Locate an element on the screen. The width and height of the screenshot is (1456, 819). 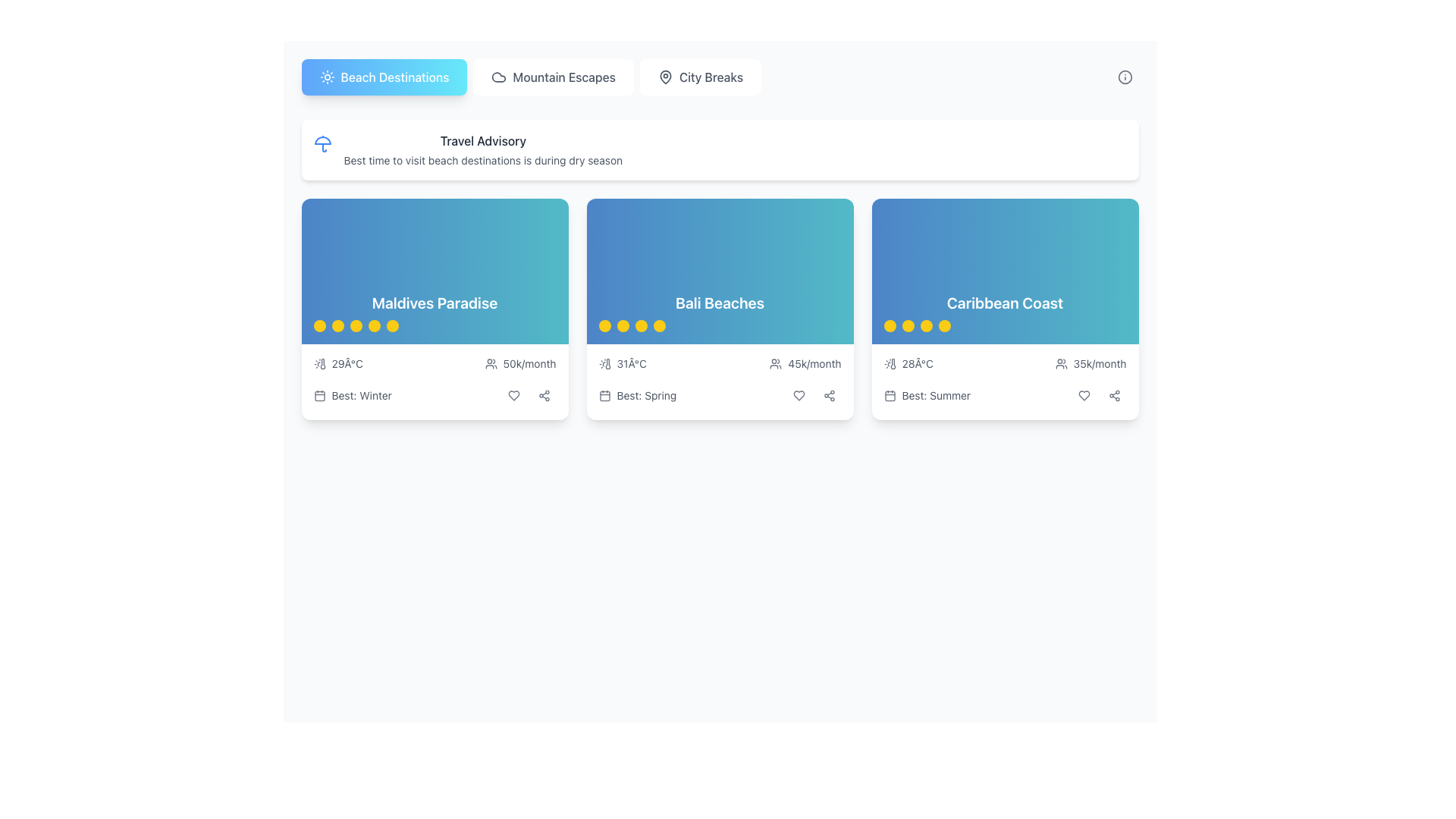
the second circular rating indicator located beneath the title 'Bali Beaches' in the second card from the left in the row of cards is located at coordinates (623, 325).